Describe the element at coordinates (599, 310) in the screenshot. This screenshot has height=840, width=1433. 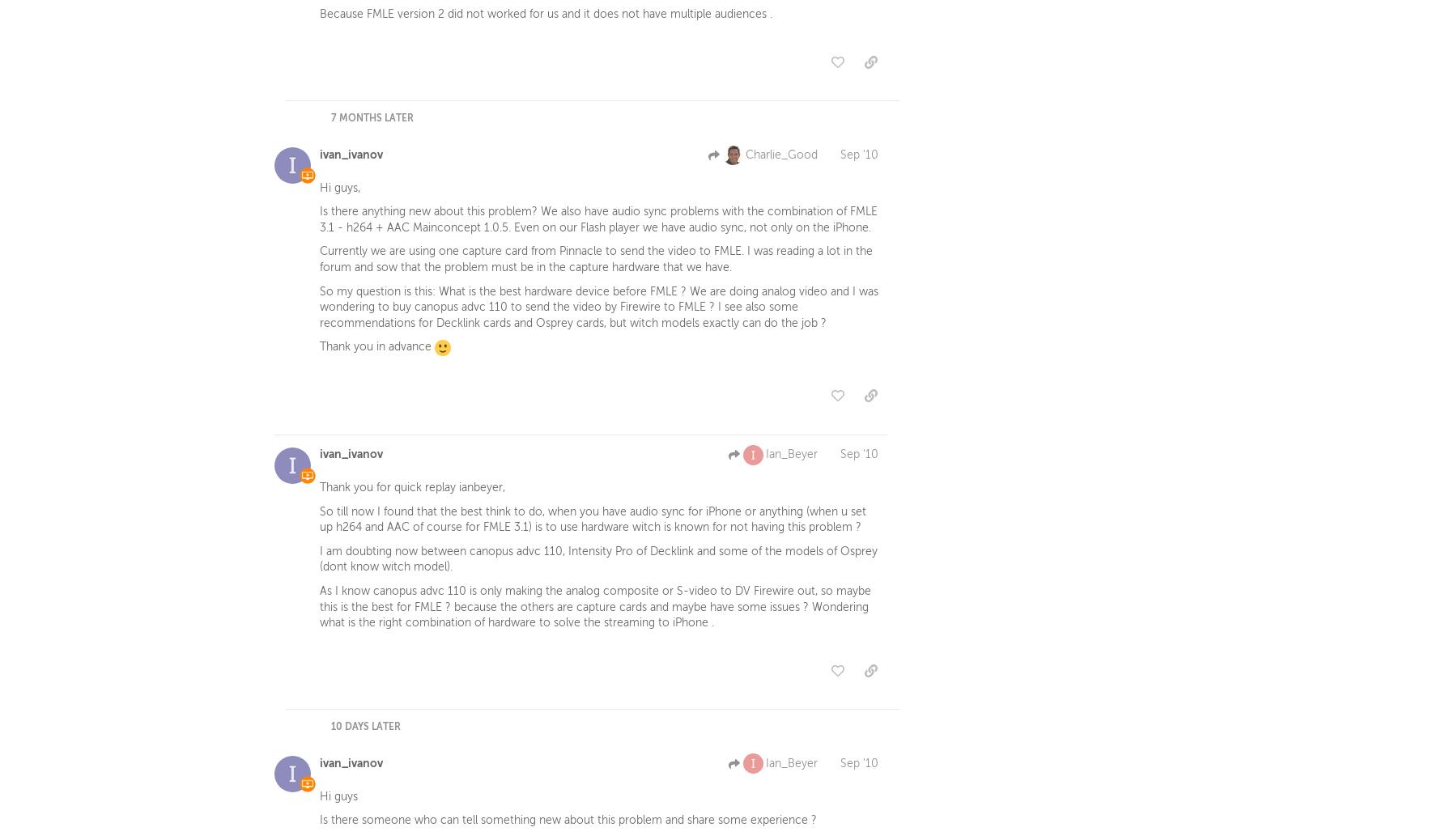
I see `'So my question is this: What is the best hardware device before FMLE ? We are doing analog video and I was wondering to buy canopus advc 110 to send the video by Firewire to FMLE ? I see also some recommendations for Decklink cards and Osprey cards, but witch models exactly can do the job ?'` at that location.